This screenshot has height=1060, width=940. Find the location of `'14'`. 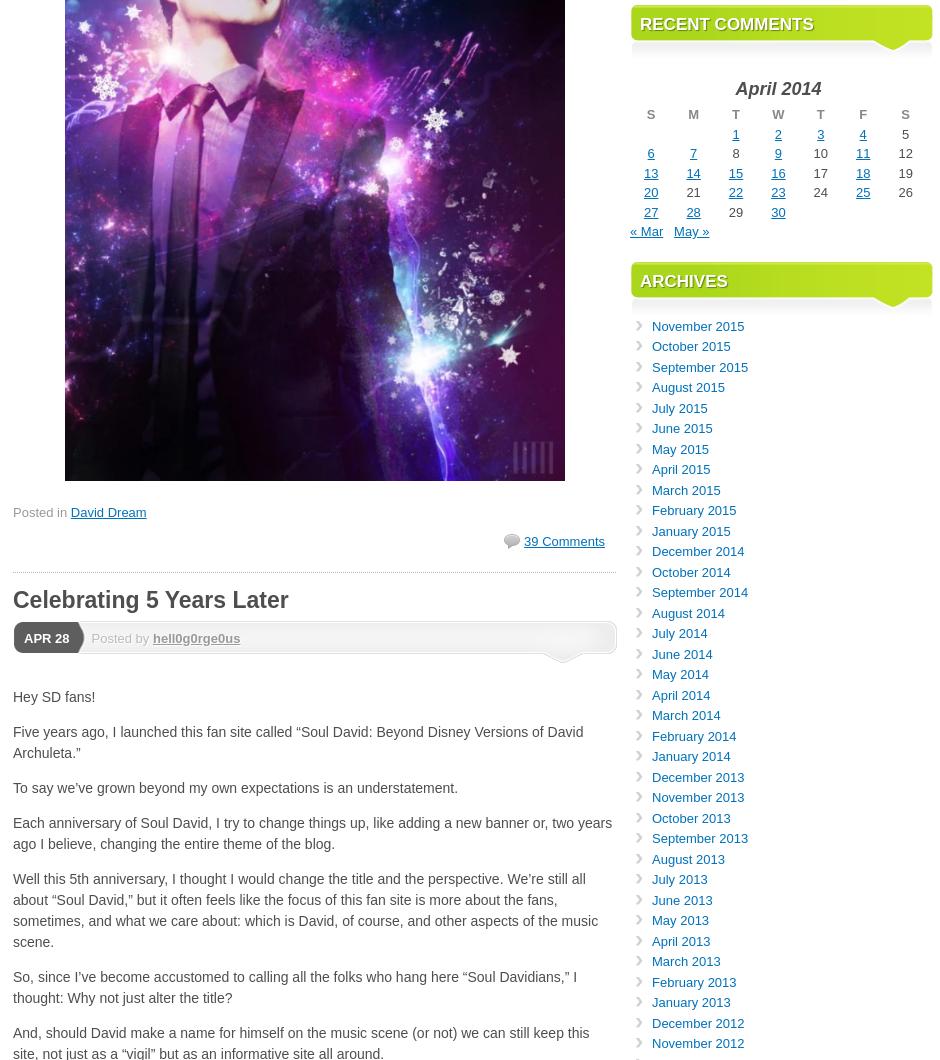

'14' is located at coordinates (691, 171).